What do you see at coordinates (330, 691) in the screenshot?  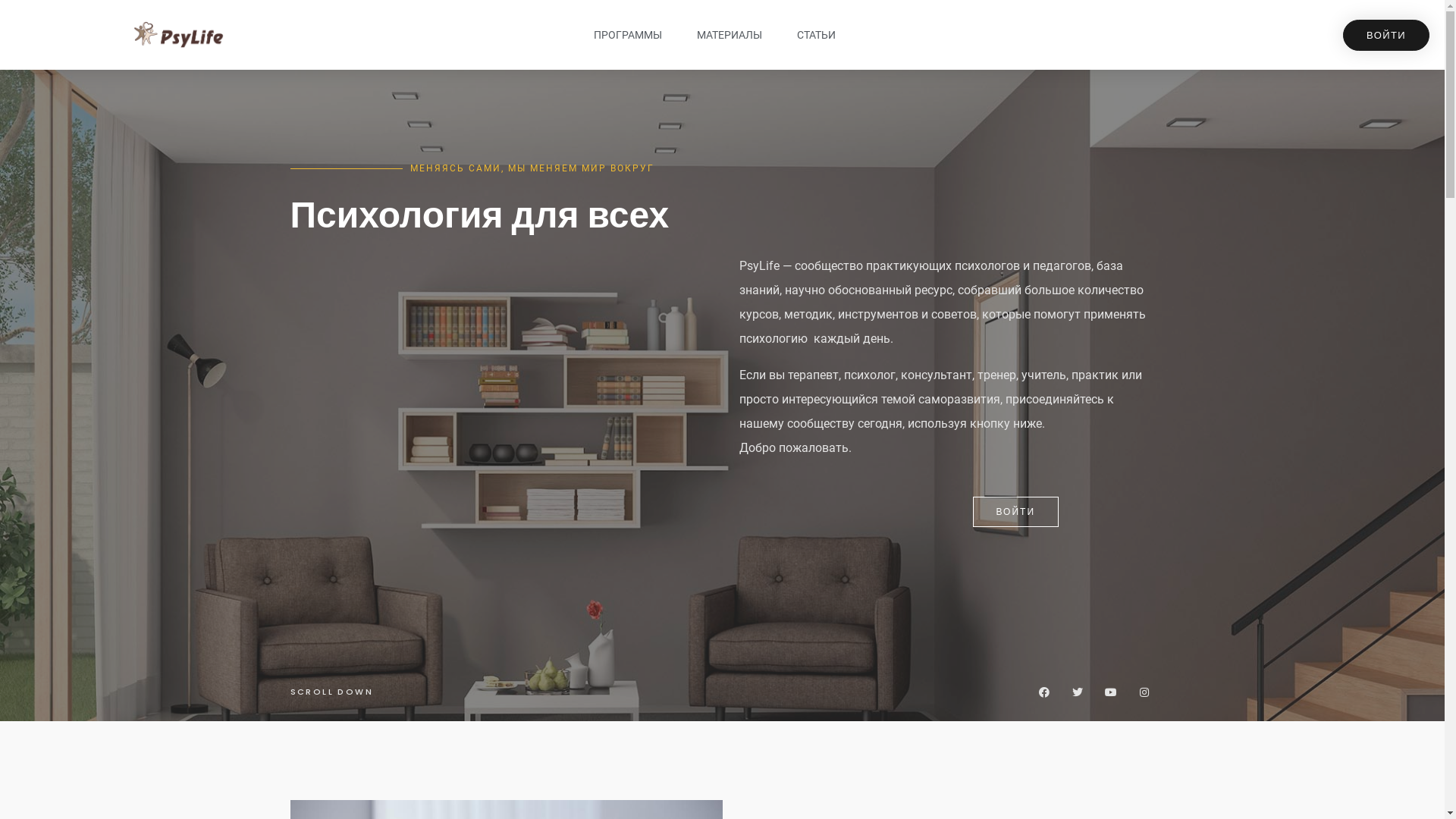 I see `'SCROLL DOWN'` at bounding box center [330, 691].